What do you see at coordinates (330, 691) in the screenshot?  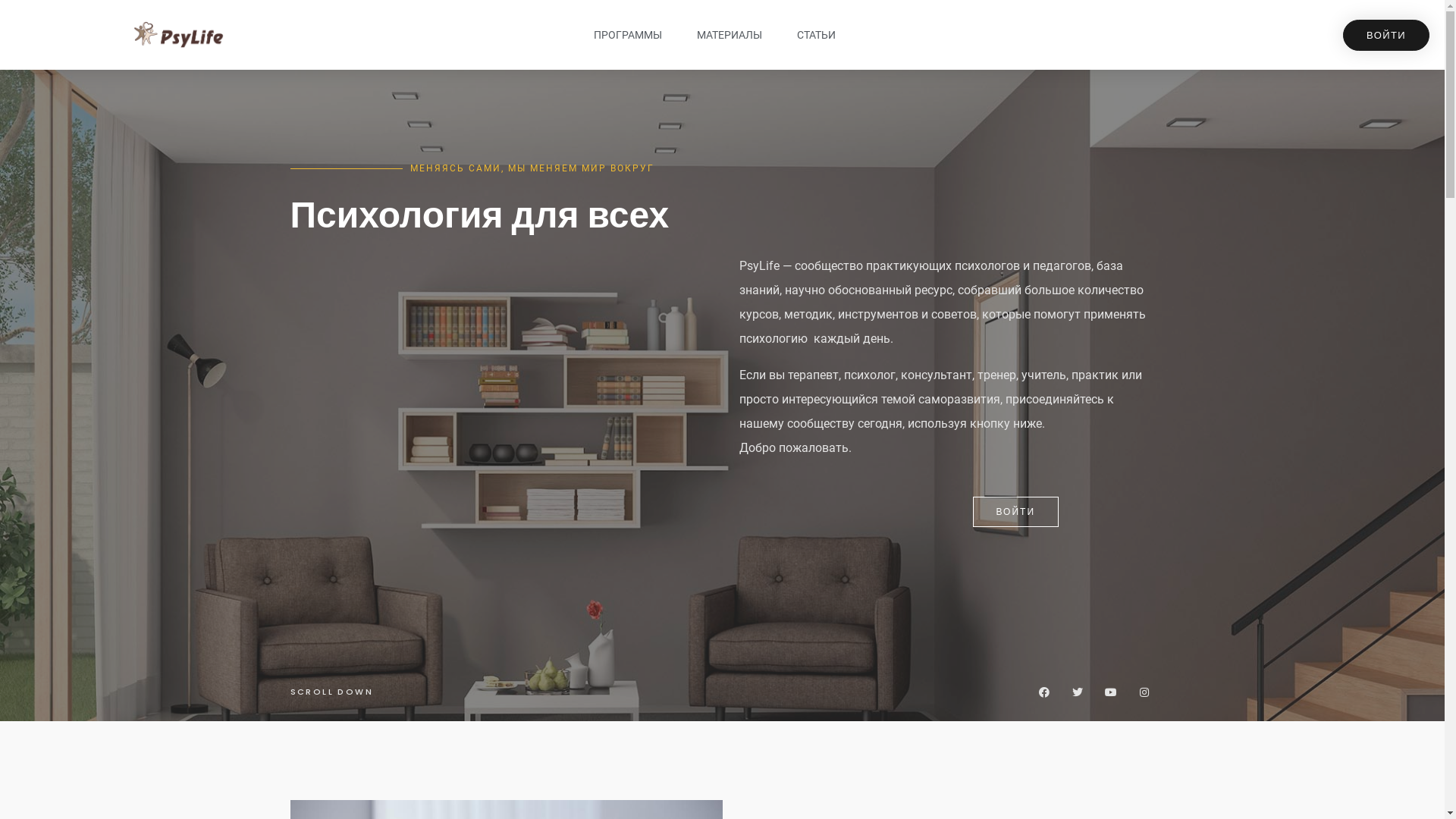 I see `'SCROLL DOWN'` at bounding box center [330, 691].